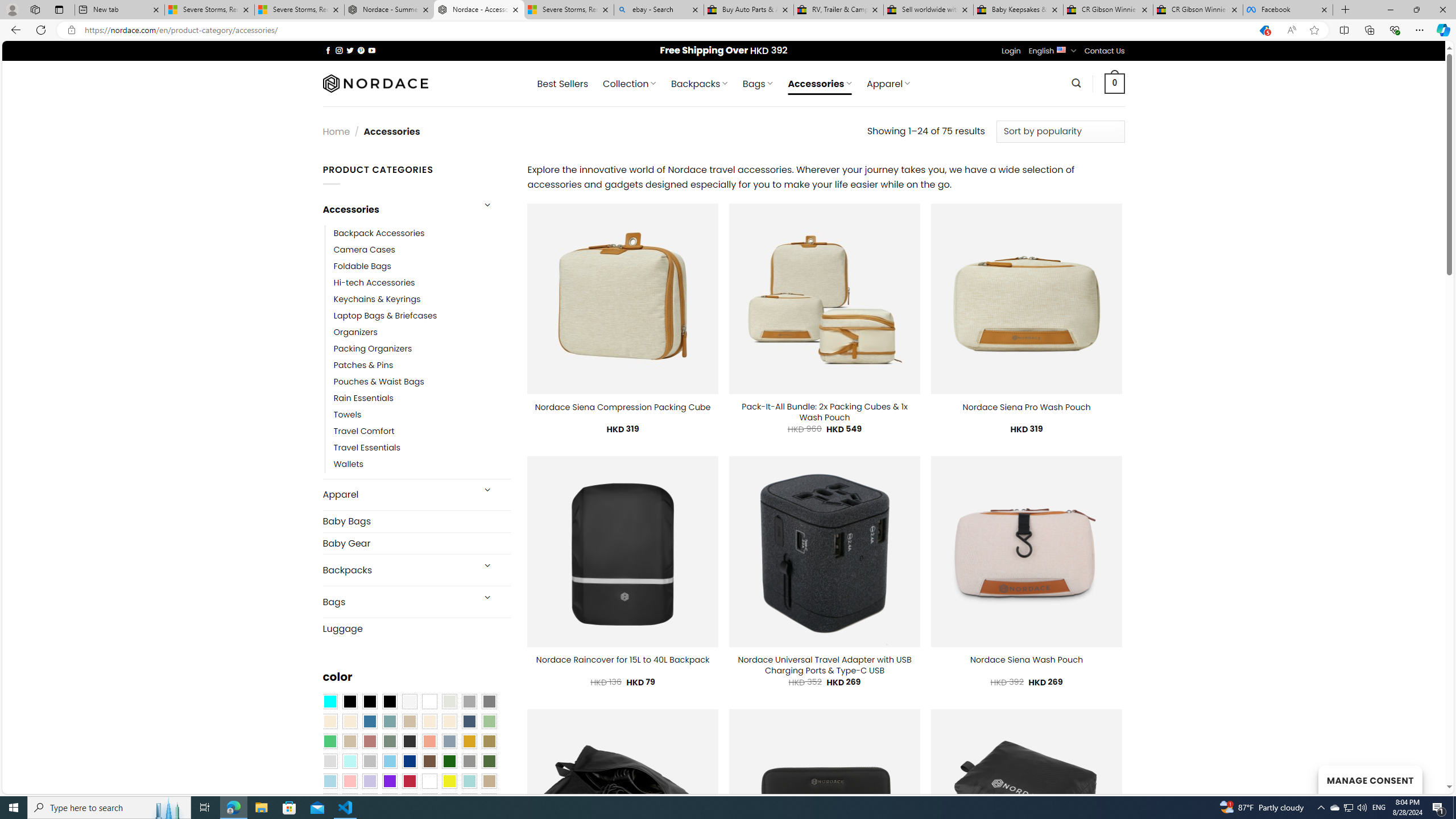 The height and width of the screenshot is (819, 1456). I want to click on 'MANAGE CONSENT', so click(1370, 779).